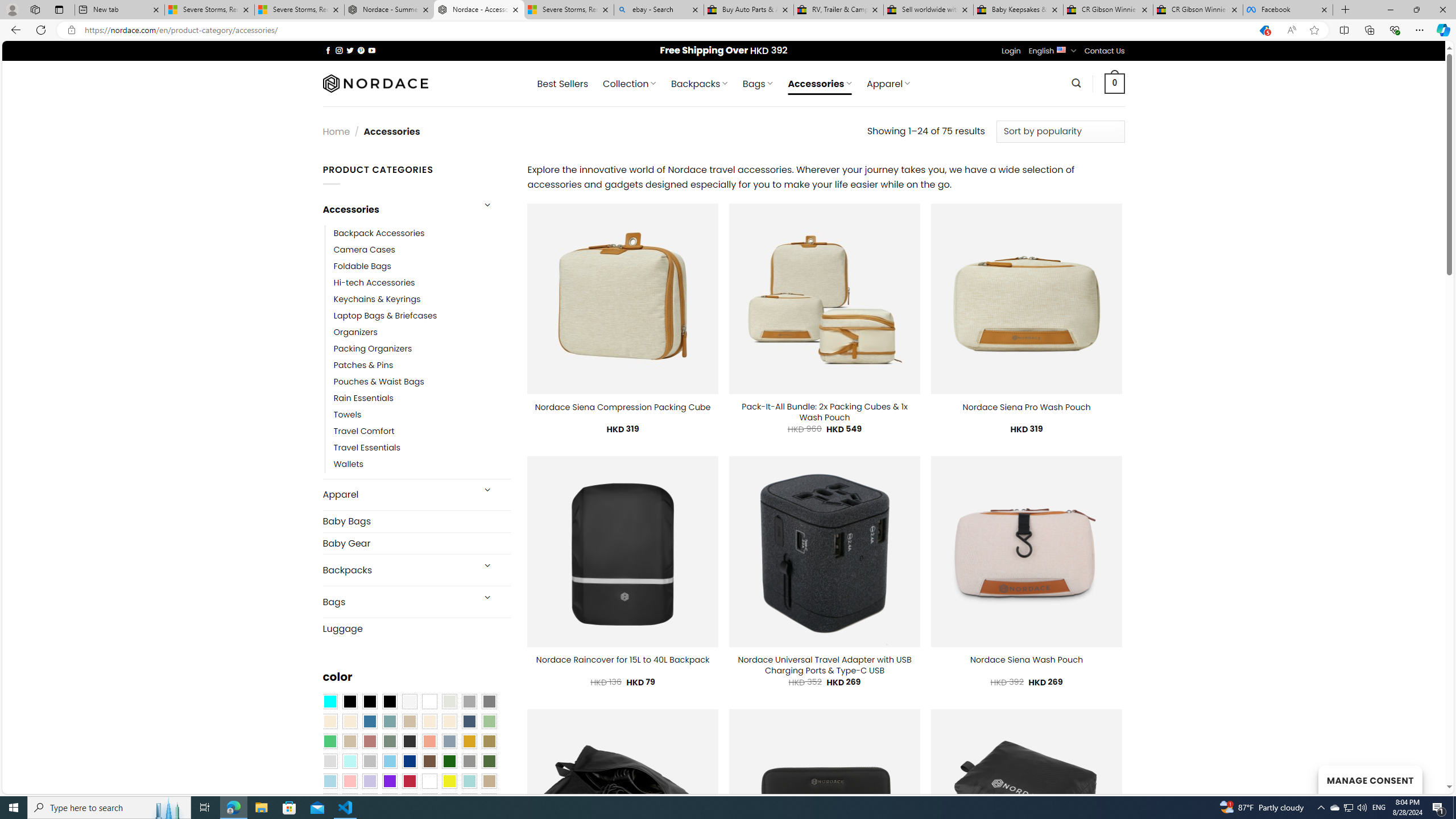 The height and width of the screenshot is (819, 1456). I want to click on 'MANAGE CONSENT', so click(1370, 779).